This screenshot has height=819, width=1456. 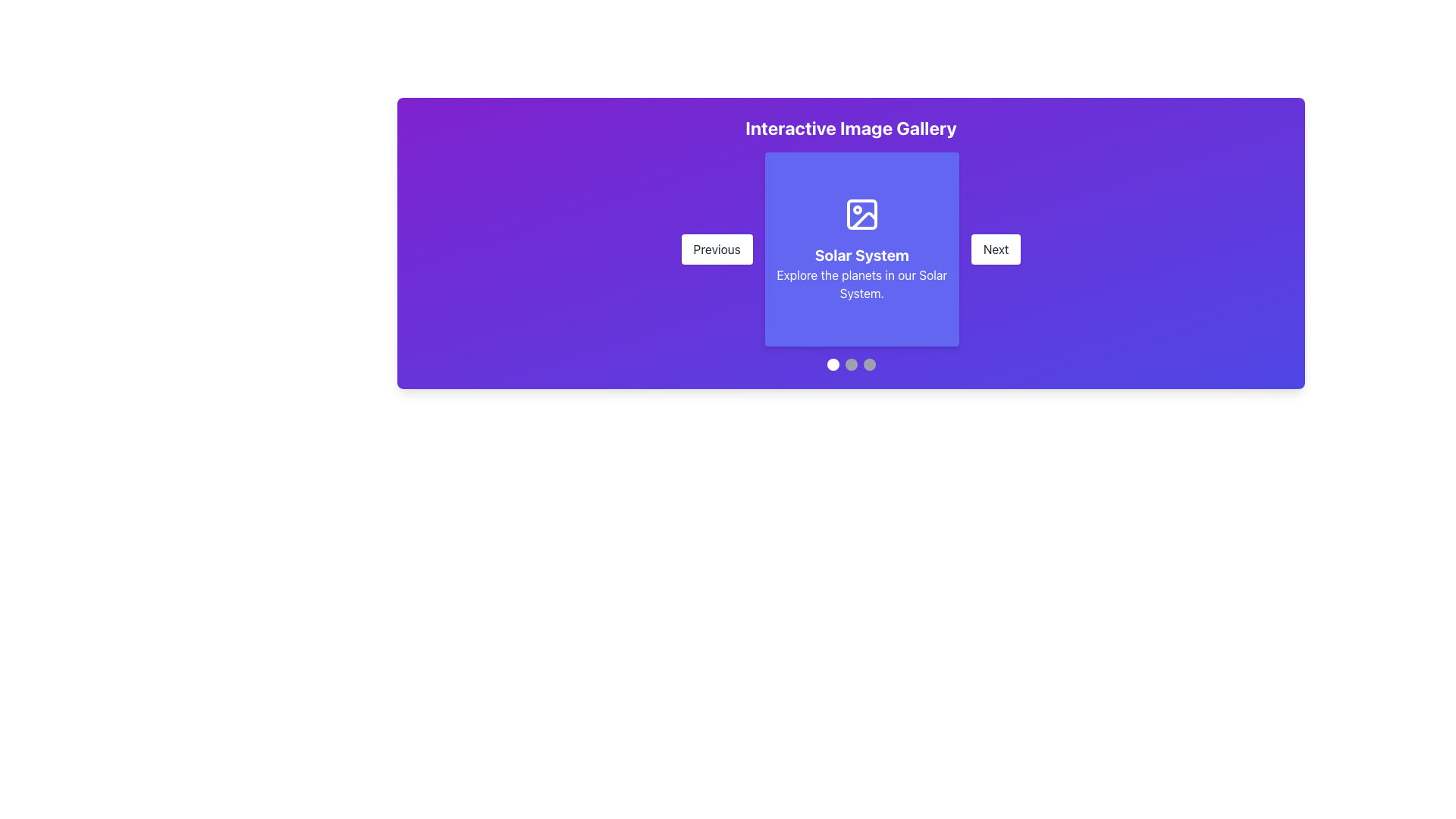 What do you see at coordinates (851, 127) in the screenshot?
I see `the static text header 'Interactive Image Gallery' which is styled in a bold, large font and located at the top of a gradient background panel` at bounding box center [851, 127].